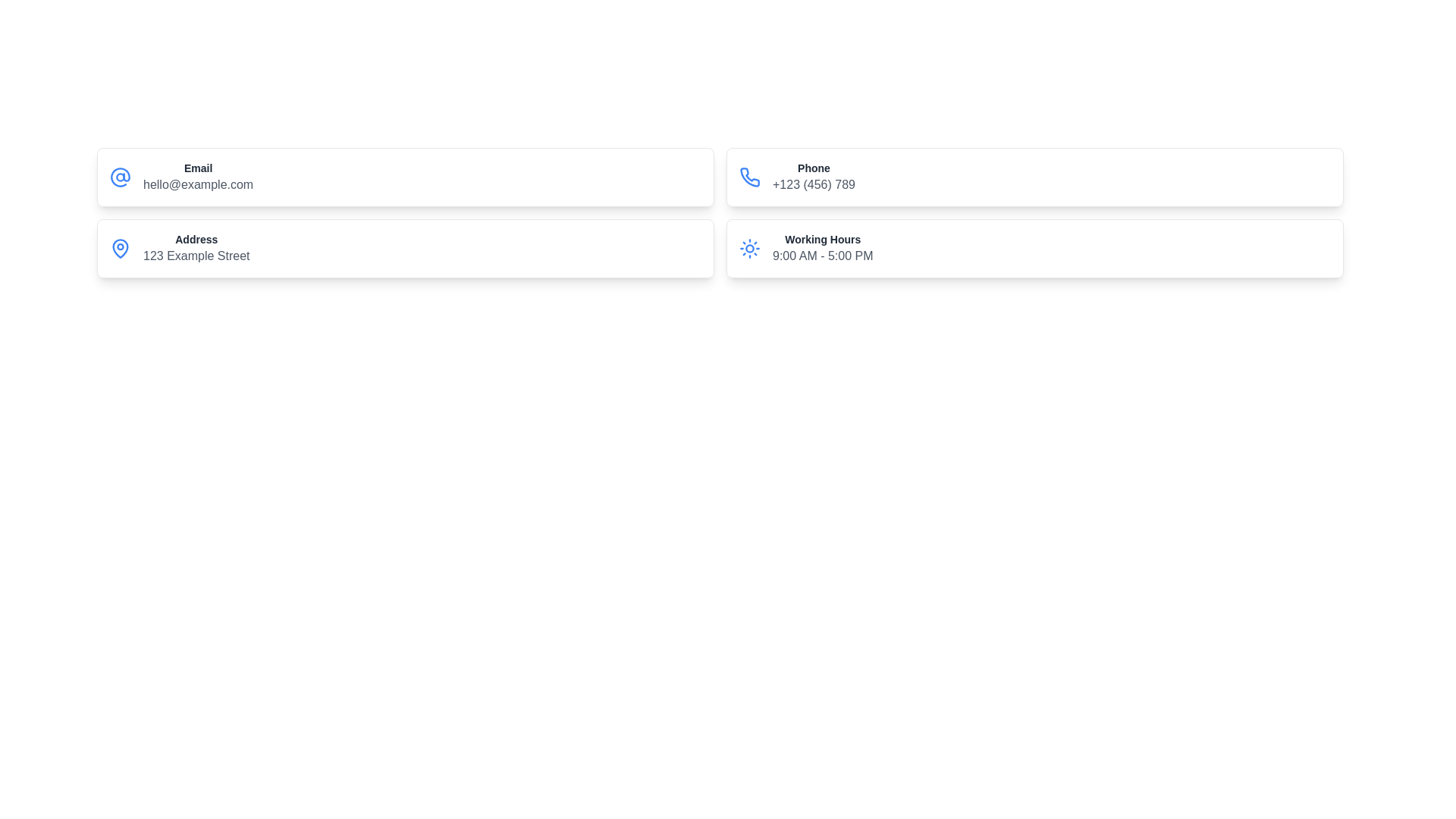 The height and width of the screenshot is (819, 1456). What do you see at coordinates (822, 239) in the screenshot?
I see `the static text label displaying 'Working Hours' in bold dark gray font, located on the right side of the interface above '9:00 AM - 5:00 PM'` at bounding box center [822, 239].